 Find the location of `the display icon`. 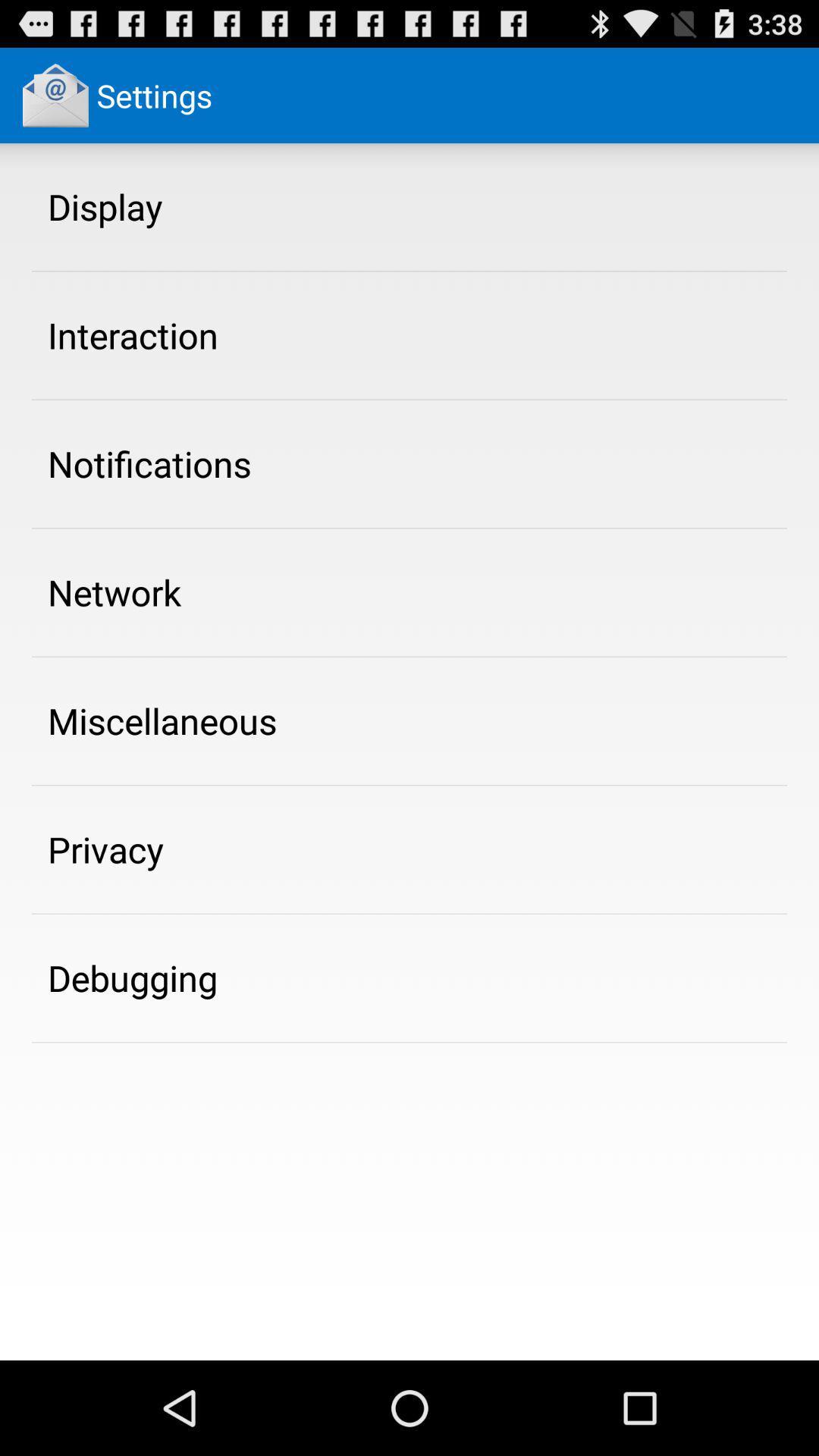

the display icon is located at coordinates (104, 206).